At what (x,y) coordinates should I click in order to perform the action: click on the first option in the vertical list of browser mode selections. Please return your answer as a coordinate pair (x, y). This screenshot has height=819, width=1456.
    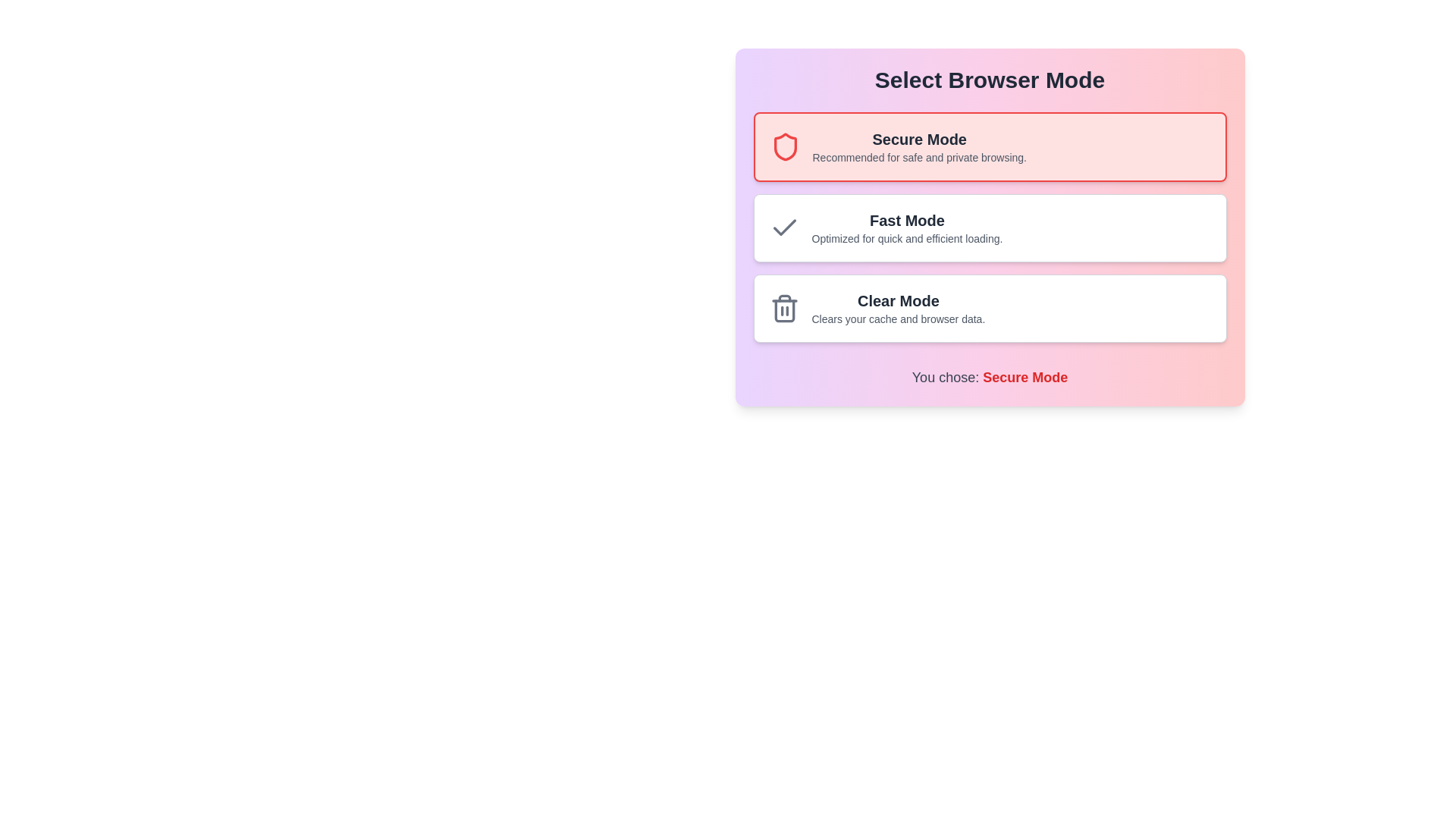
    Looking at the image, I should click on (990, 146).